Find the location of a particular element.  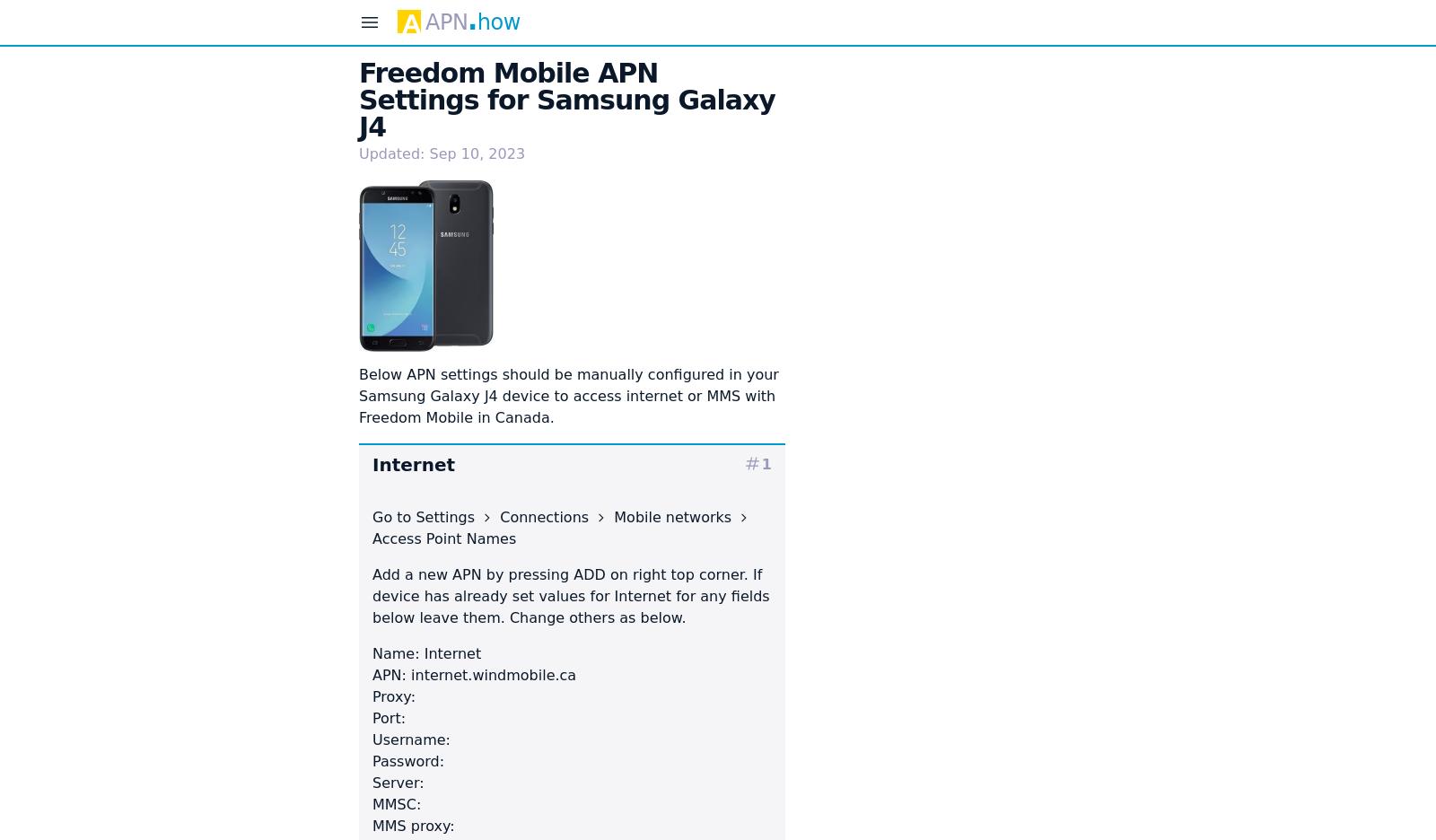

'APN:' is located at coordinates (390, 674).